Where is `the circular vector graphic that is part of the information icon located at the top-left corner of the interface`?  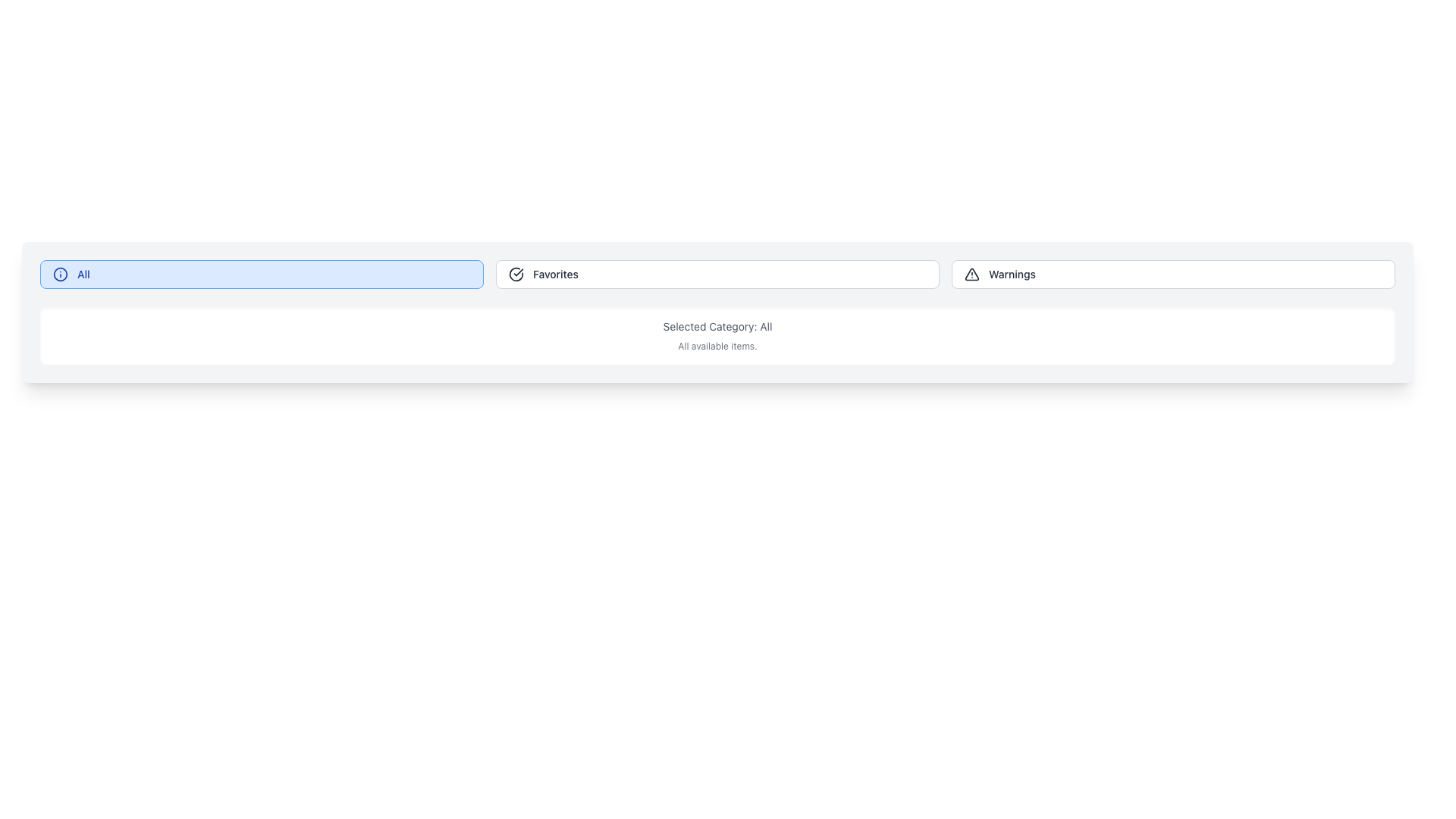
the circular vector graphic that is part of the information icon located at the top-left corner of the interface is located at coordinates (61, 275).